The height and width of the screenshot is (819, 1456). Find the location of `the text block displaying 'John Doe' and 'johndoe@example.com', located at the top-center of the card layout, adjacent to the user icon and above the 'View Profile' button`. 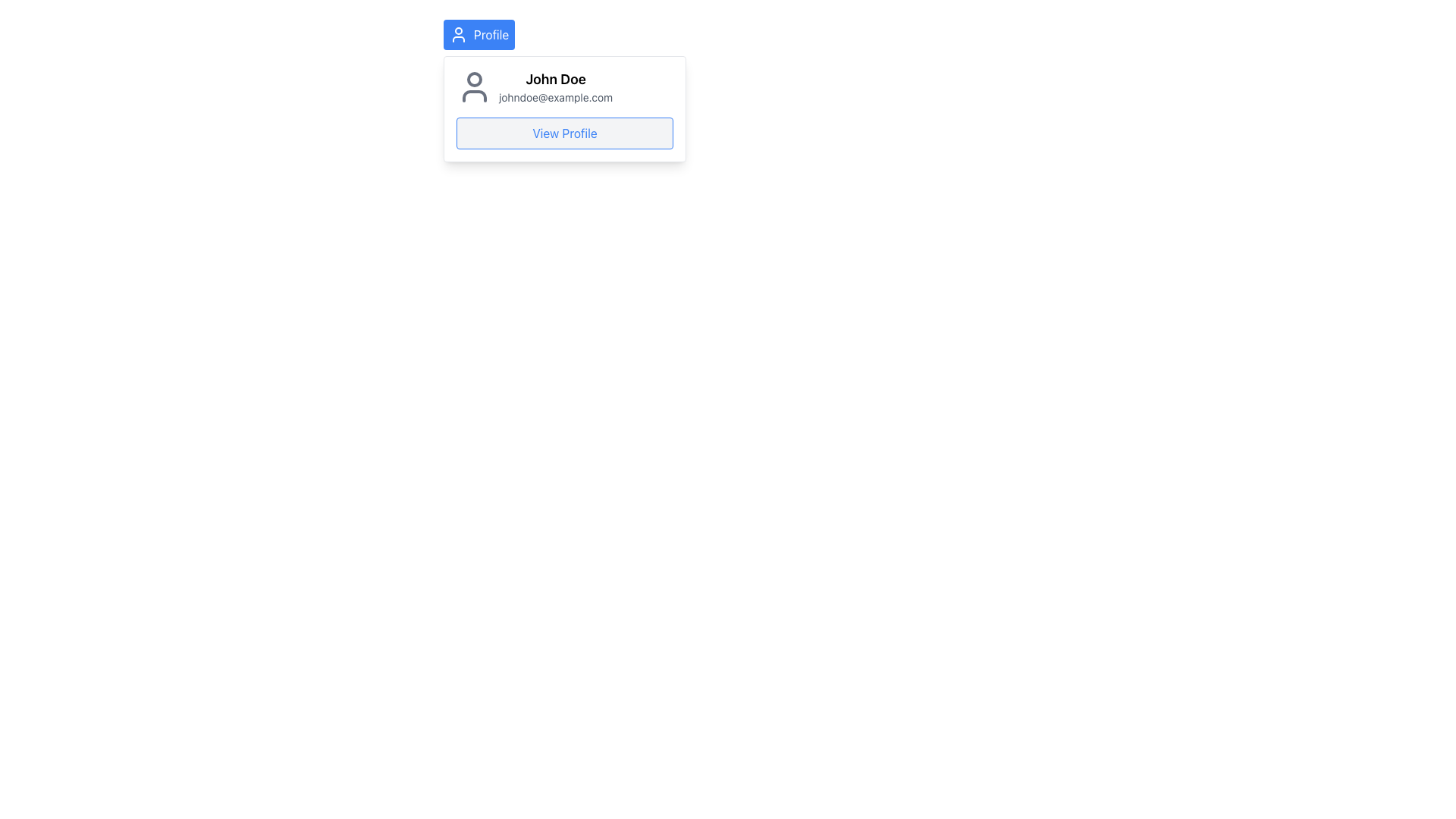

the text block displaying 'John Doe' and 'johndoe@example.com', located at the top-center of the card layout, adjacent to the user icon and above the 'View Profile' button is located at coordinates (555, 87).